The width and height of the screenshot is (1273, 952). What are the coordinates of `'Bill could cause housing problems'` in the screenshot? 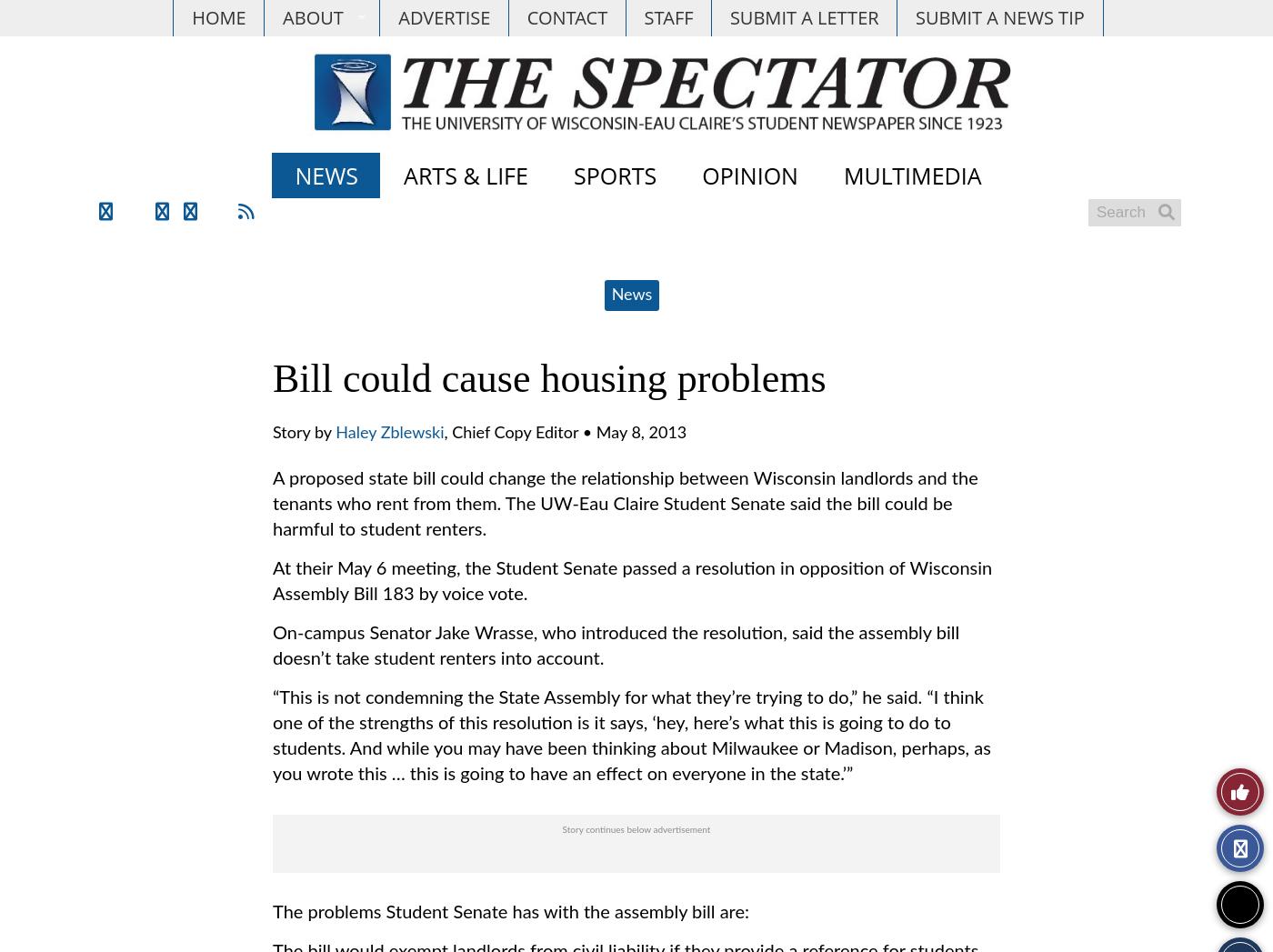 It's located at (548, 377).